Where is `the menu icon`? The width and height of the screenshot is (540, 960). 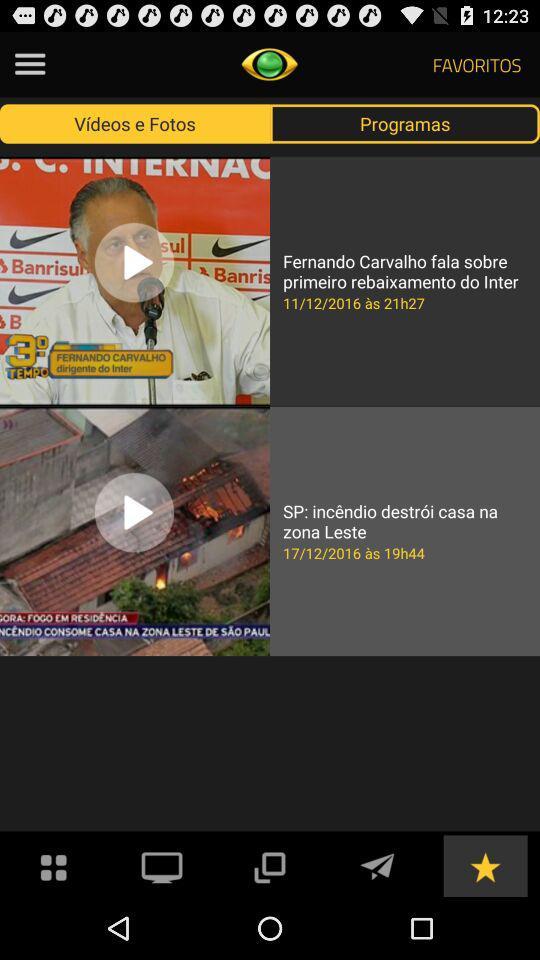
the menu icon is located at coordinates (29, 68).